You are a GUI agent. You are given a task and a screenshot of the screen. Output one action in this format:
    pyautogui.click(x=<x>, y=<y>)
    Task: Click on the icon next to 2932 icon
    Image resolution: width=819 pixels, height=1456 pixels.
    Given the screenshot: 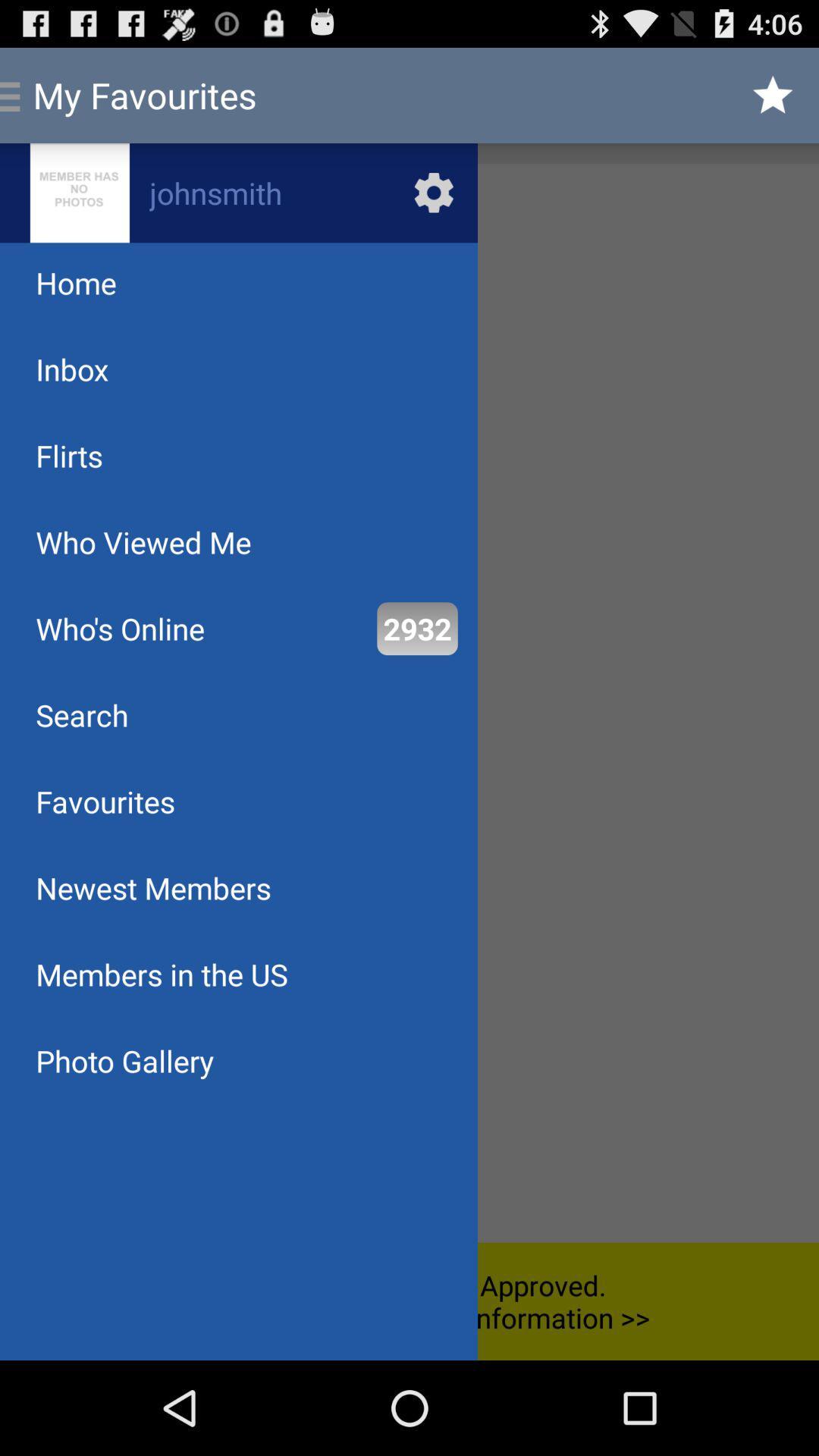 What is the action you would take?
    pyautogui.click(x=119, y=629)
    